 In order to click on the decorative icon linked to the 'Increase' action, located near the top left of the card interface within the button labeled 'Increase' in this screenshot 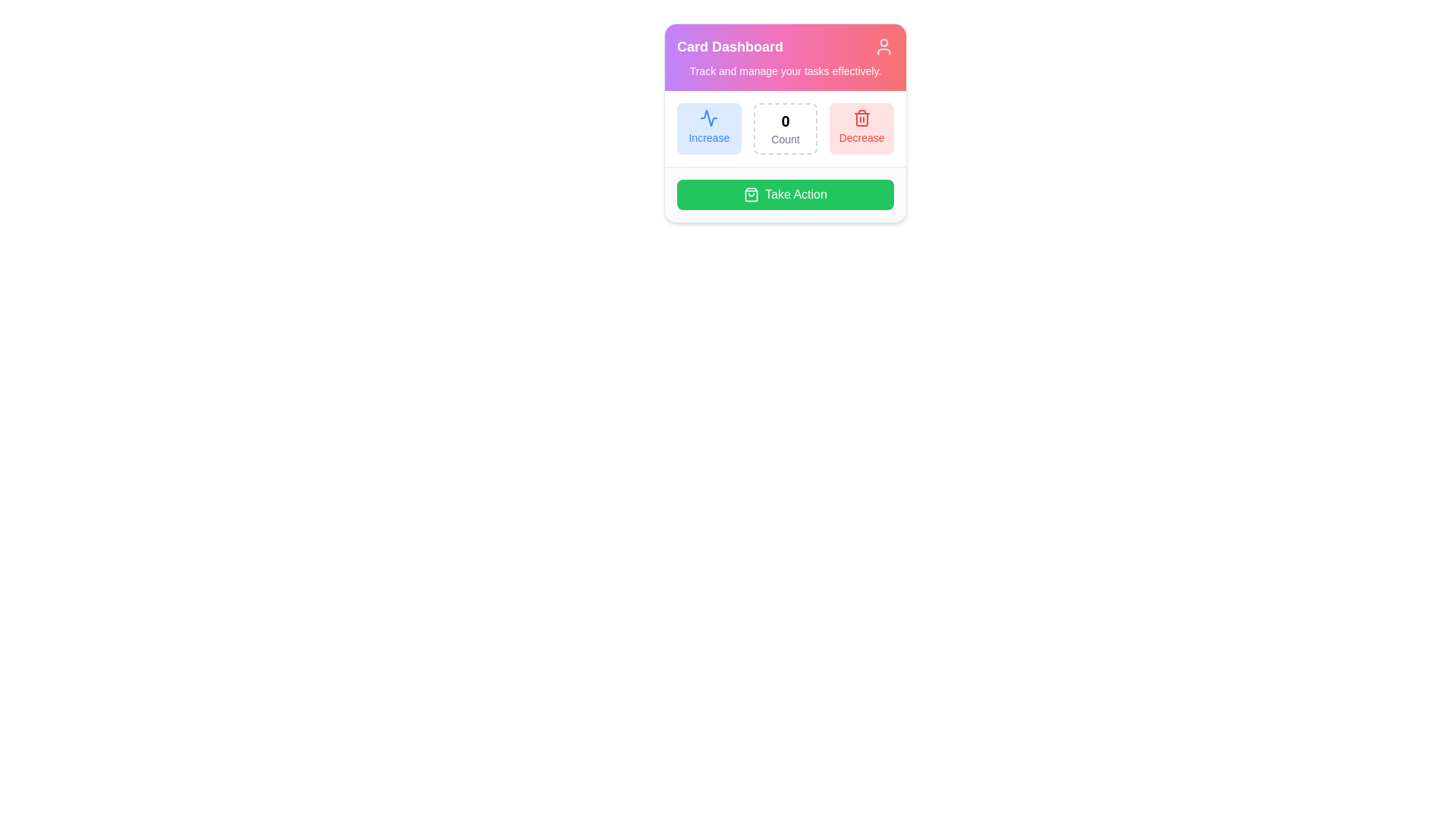, I will do `click(708, 117)`.